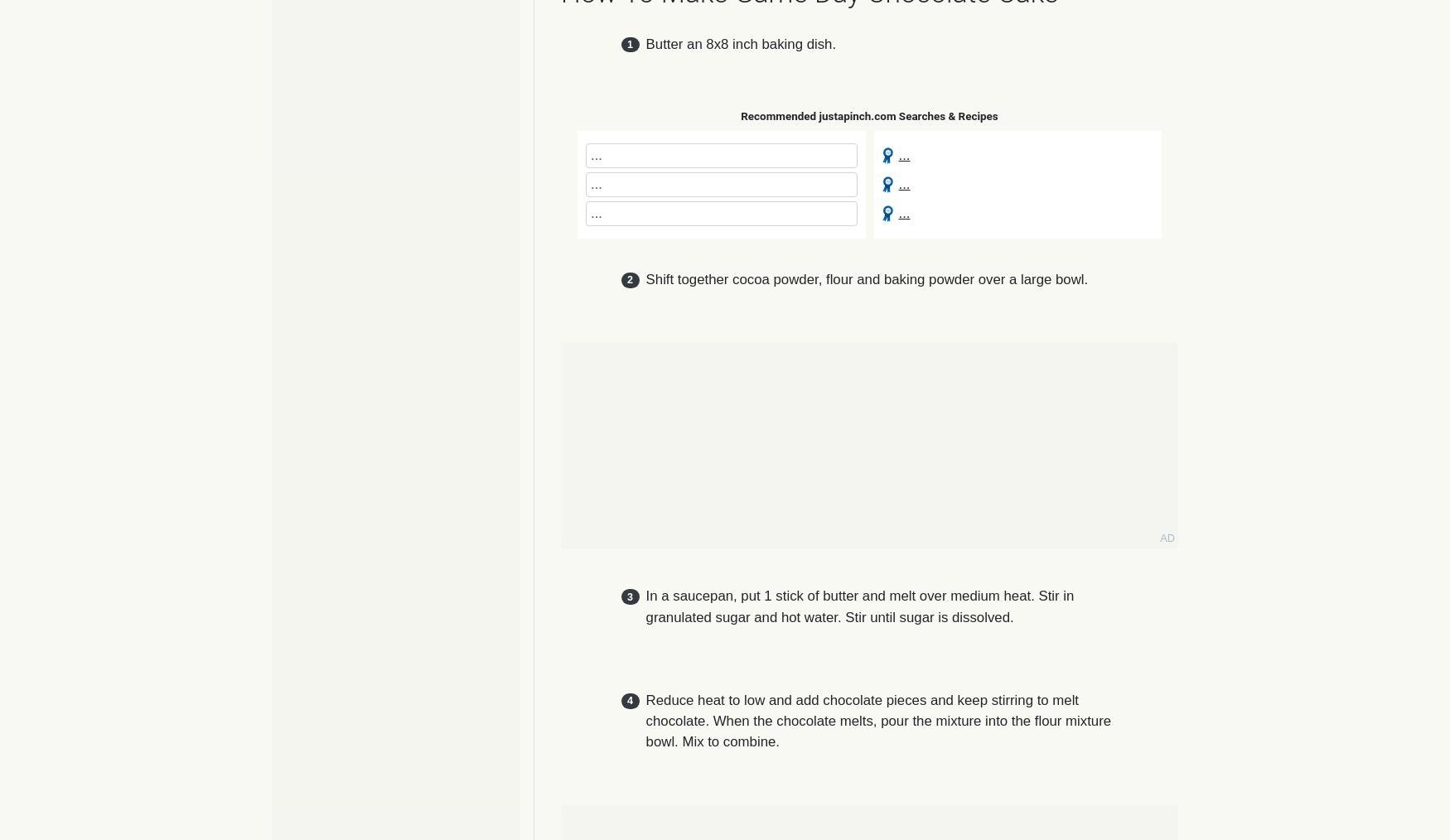 Image resolution: width=1450 pixels, height=840 pixels. I want to click on '3', so click(629, 596).